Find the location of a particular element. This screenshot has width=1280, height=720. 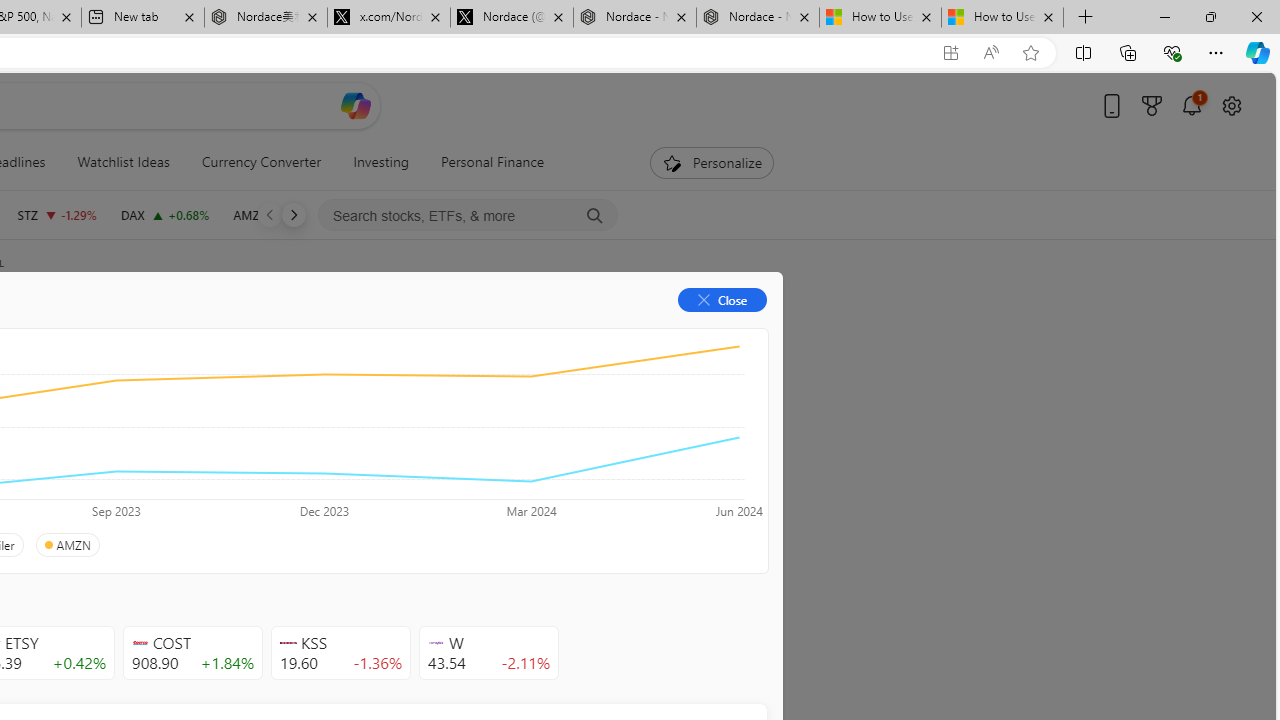

'How to Use a Monitor With Your Closed Laptop' is located at coordinates (1002, 17).